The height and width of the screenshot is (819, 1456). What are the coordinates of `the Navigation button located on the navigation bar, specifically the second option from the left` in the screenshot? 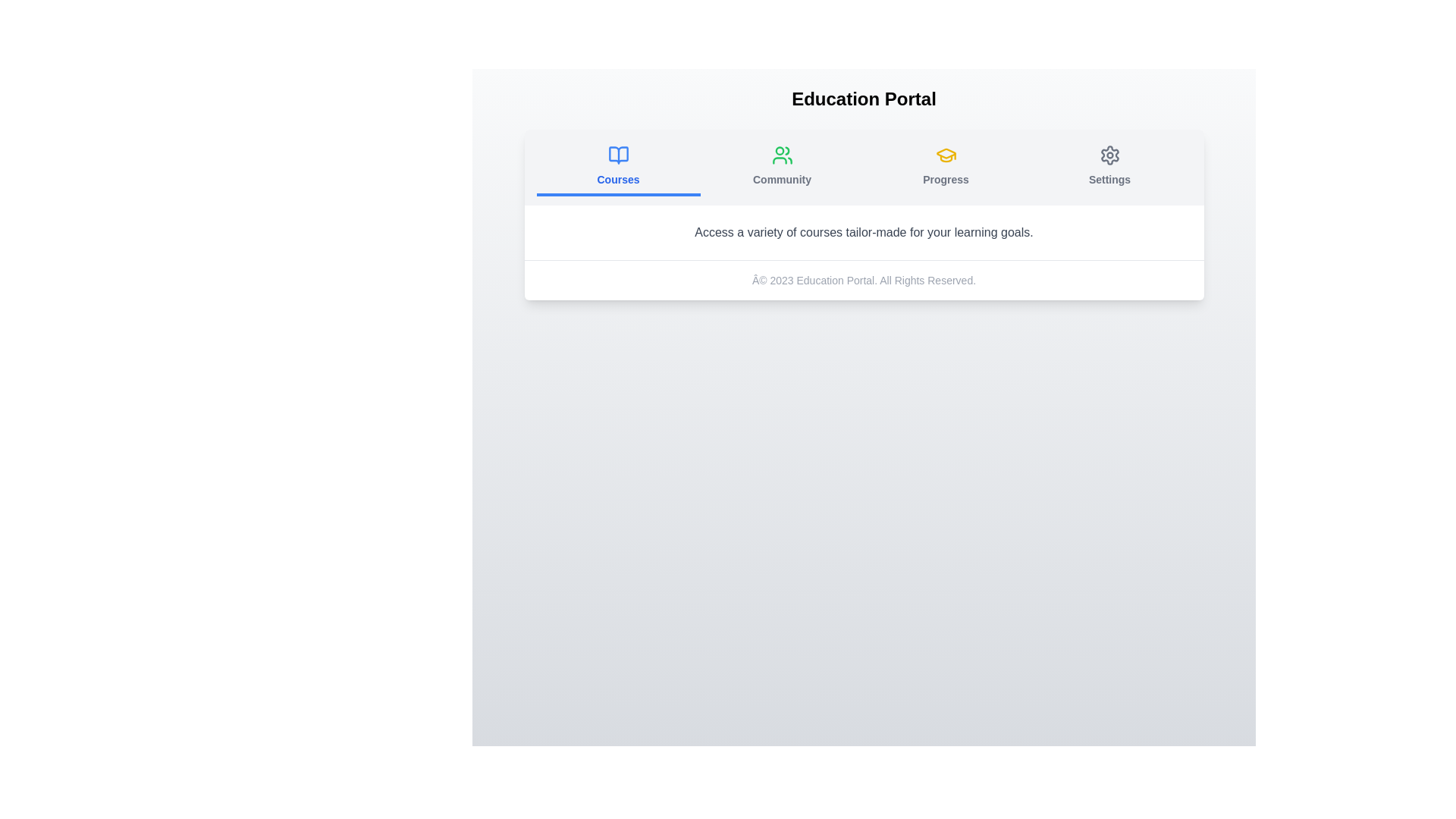 It's located at (782, 167).